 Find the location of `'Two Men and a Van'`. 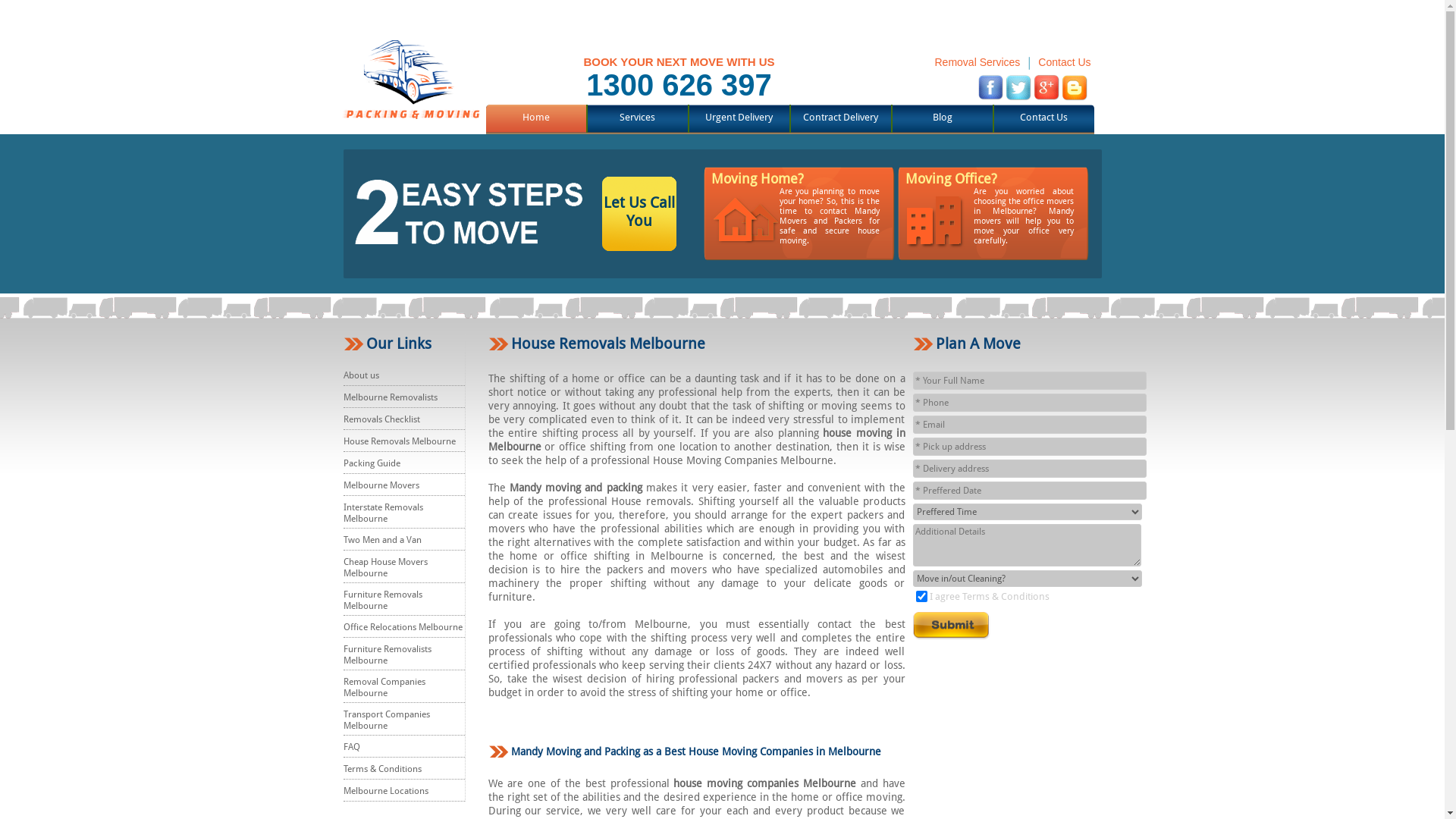

'Two Men and a Van' is located at coordinates (381, 539).